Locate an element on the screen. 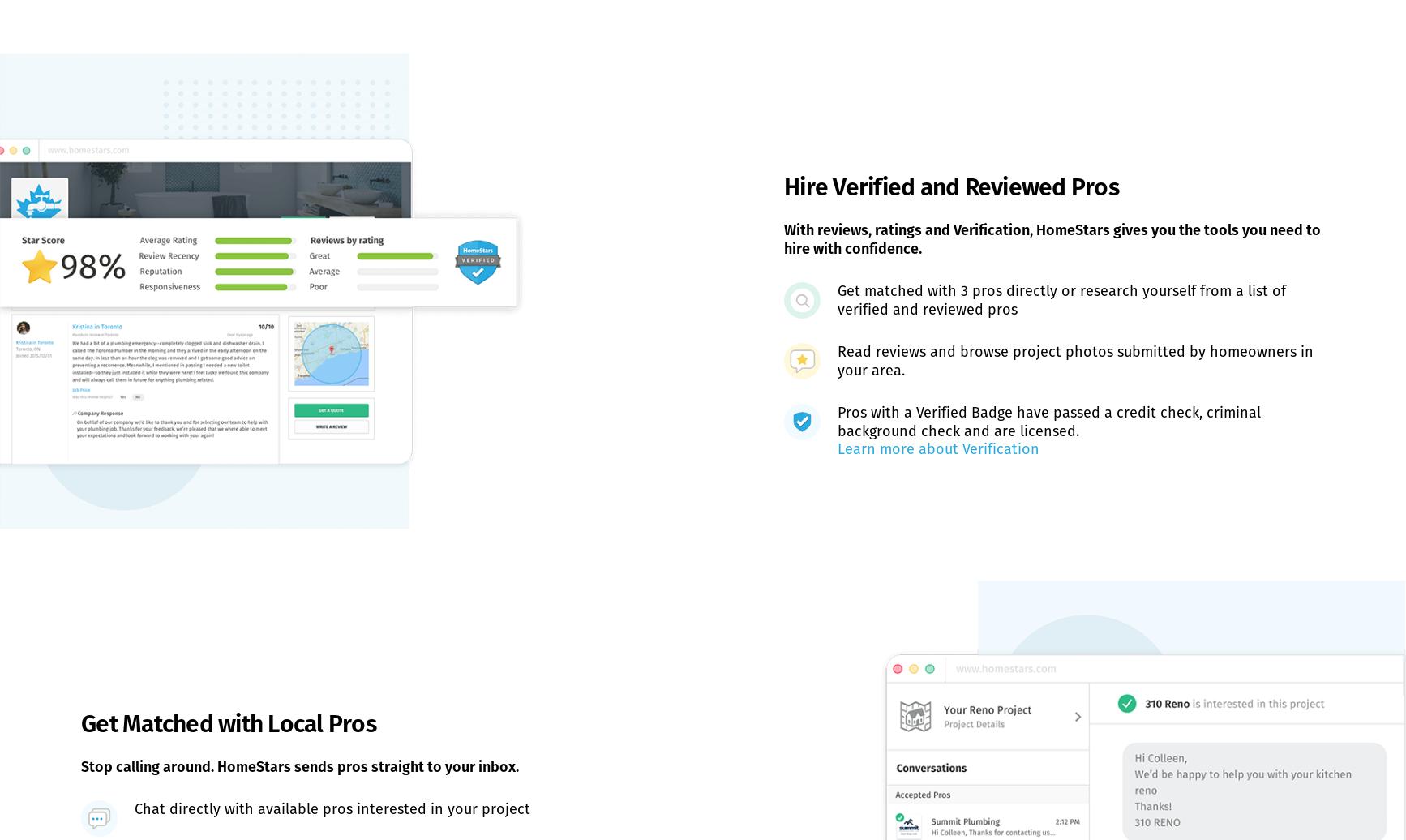 This screenshot has width=1406, height=840. 'Carrol Drew' is located at coordinates (345, 168).